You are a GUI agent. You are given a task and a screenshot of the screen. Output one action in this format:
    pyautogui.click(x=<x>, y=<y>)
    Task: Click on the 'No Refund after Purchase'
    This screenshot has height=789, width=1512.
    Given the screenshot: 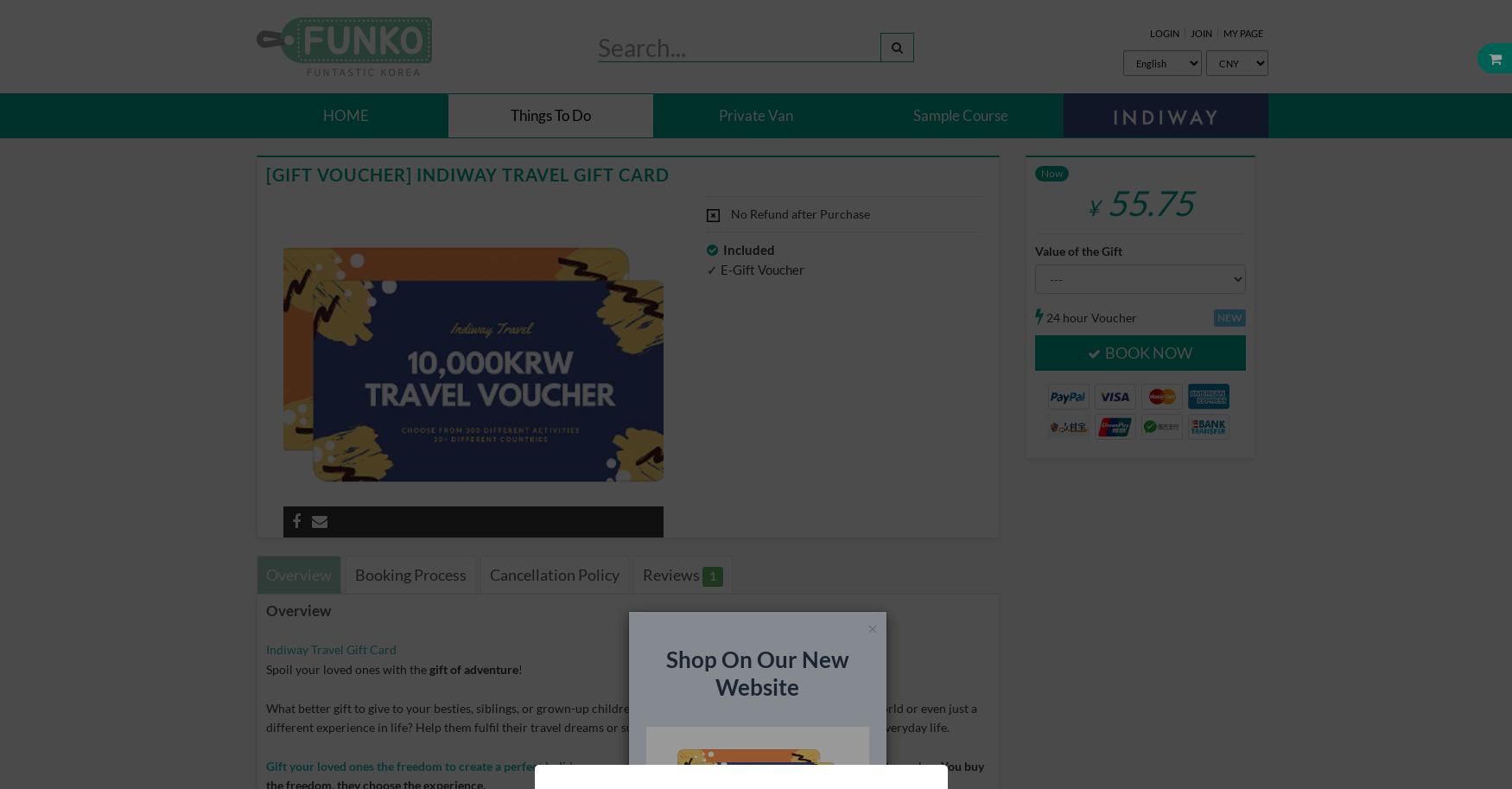 What is the action you would take?
    pyautogui.click(x=727, y=213)
    